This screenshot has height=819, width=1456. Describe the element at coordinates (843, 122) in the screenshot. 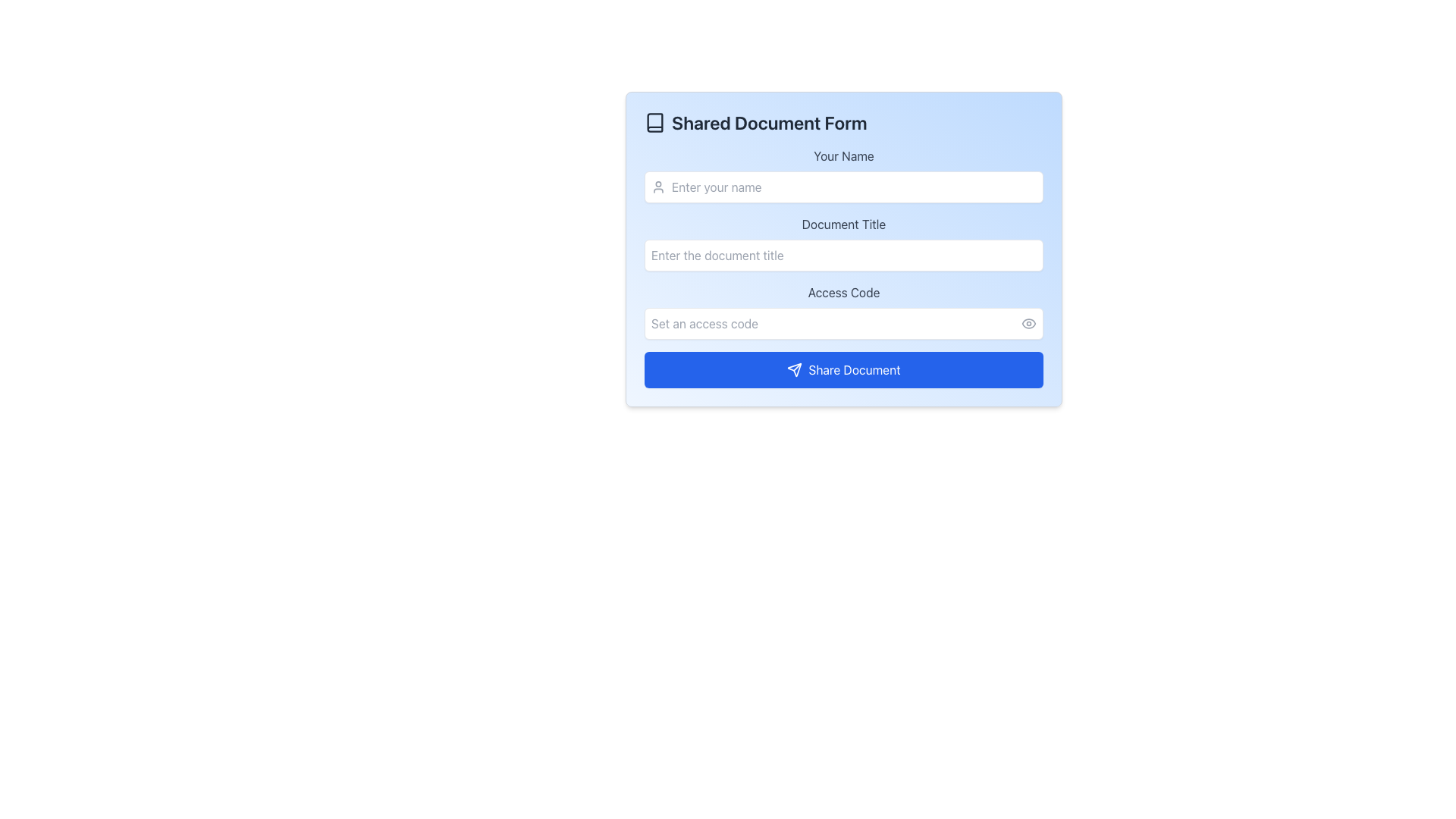

I see `the 'Shared Document Form' text heading element that is styled with a bold font and accompanied by a book icon on its left` at that location.